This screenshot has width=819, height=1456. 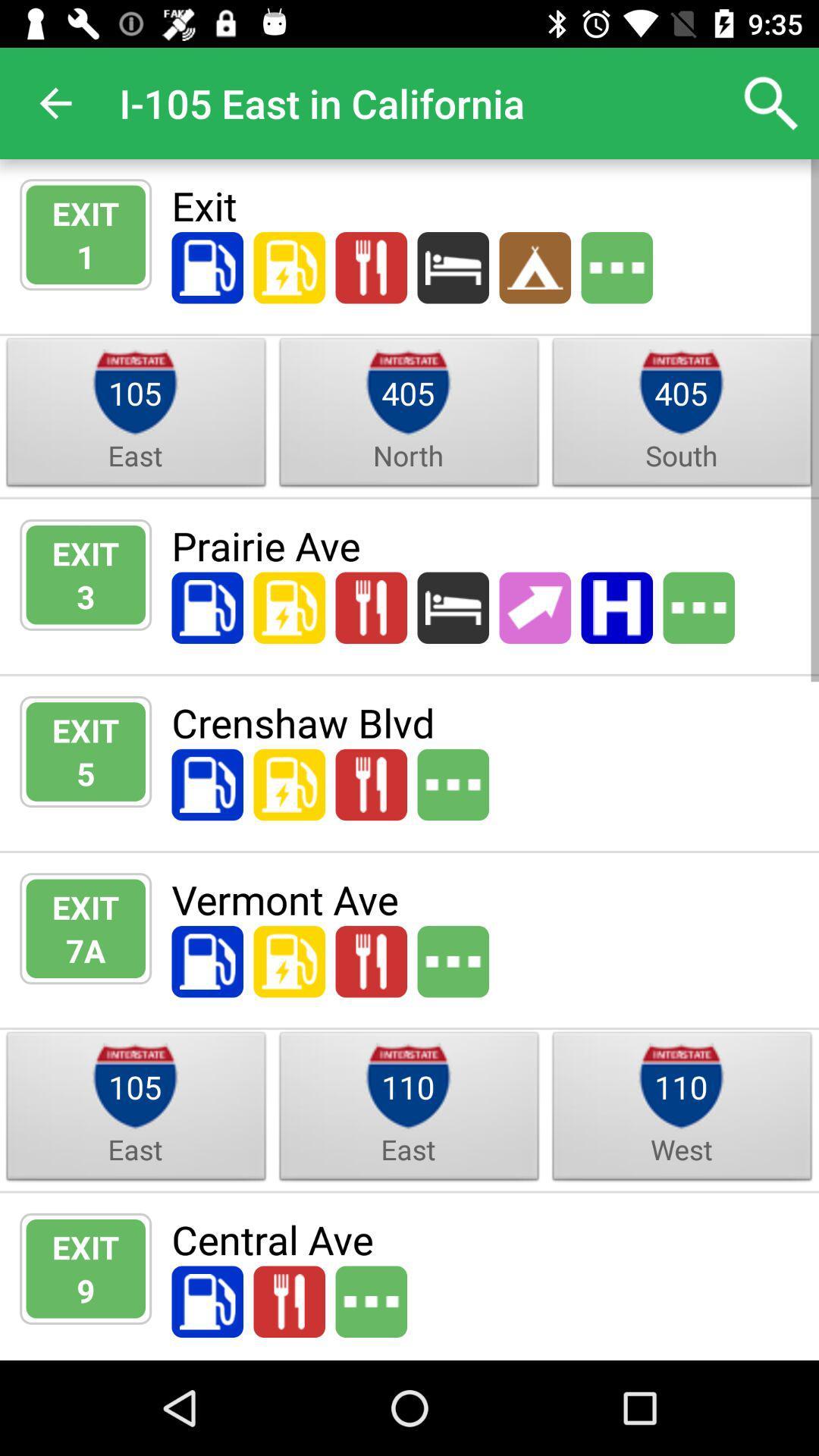 What do you see at coordinates (485, 545) in the screenshot?
I see `the icon to the right of the exit` at bounding box center [485, 545].